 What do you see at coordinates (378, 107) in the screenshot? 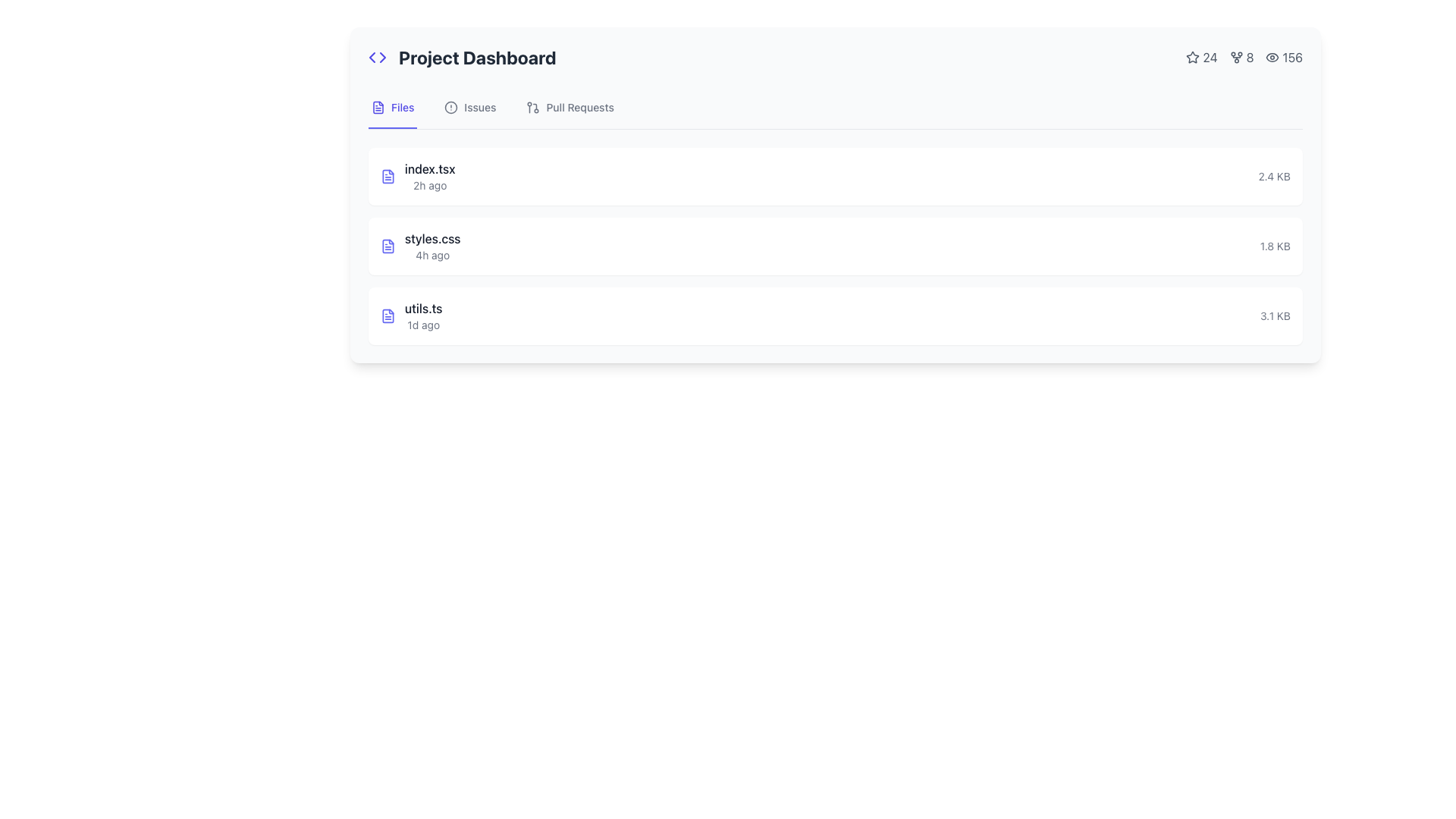
I see `file icon located to the left of the 'Files' tab label in the navigation bar of the 'Project Dashboard' section for style or metadata` at bounding box center [378, 107].